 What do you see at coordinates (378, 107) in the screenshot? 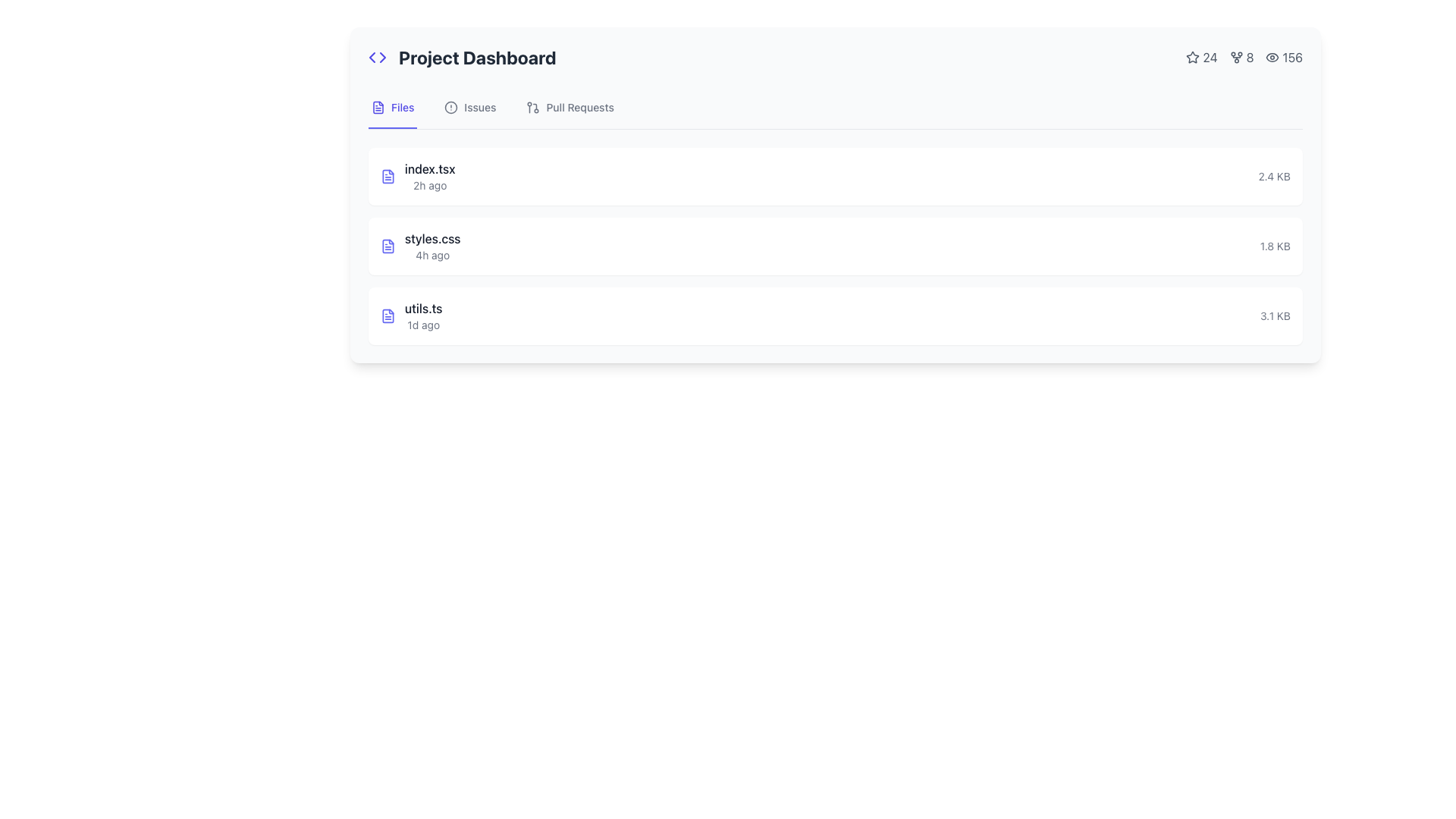
I see `file icon located to the left of the 'Files' tab label in the navigation bar of the 'Project Dashboard' section for style or metadata` at bounding box center [378, 107].